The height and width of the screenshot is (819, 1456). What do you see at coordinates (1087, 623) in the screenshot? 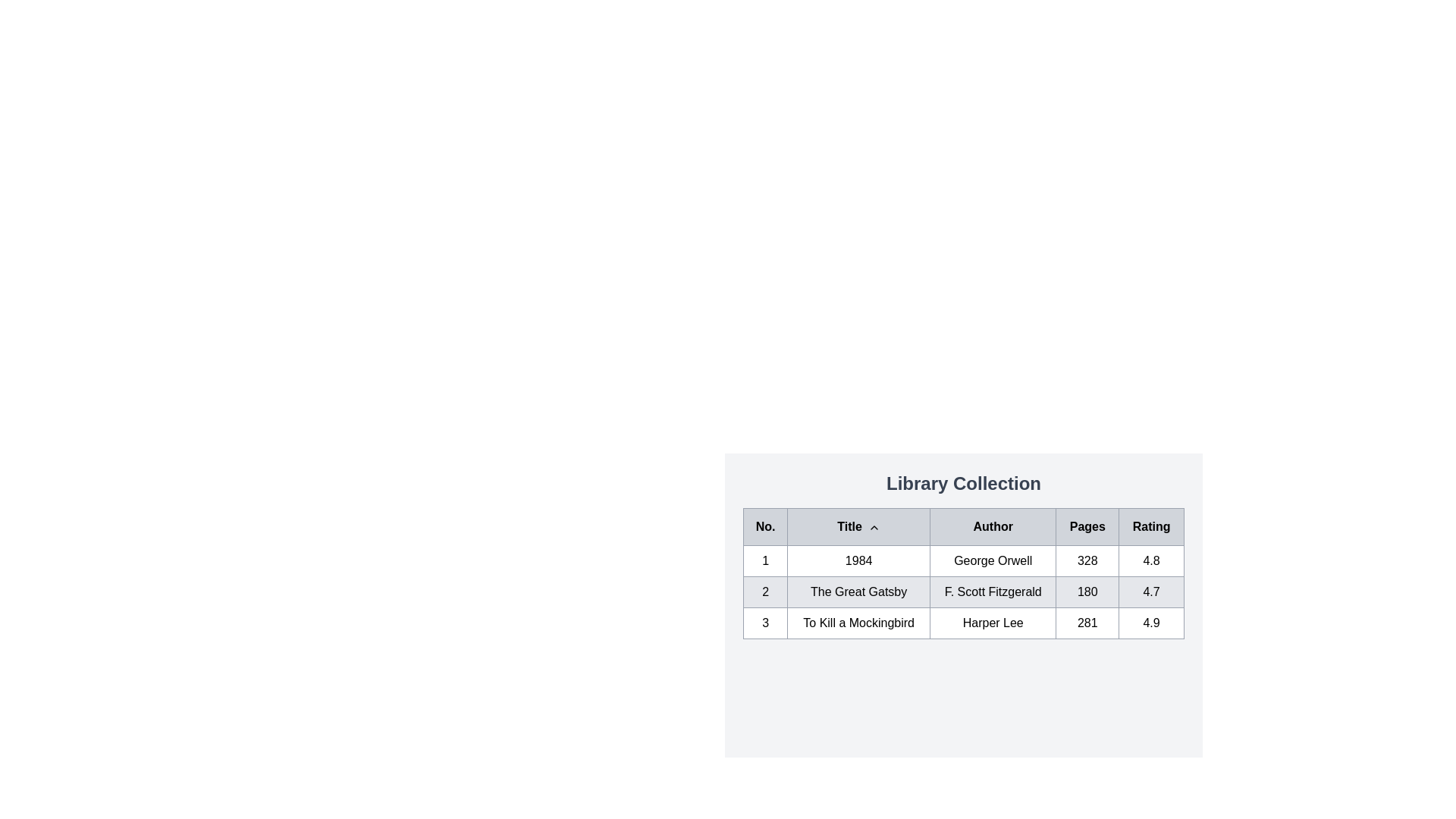
I see `the Text Display Field displaying the number '281' located in the 'Pages' column for 'To Kill a Mockingbird' by 'Harper Lee'` at bounding box center [1087, 623].